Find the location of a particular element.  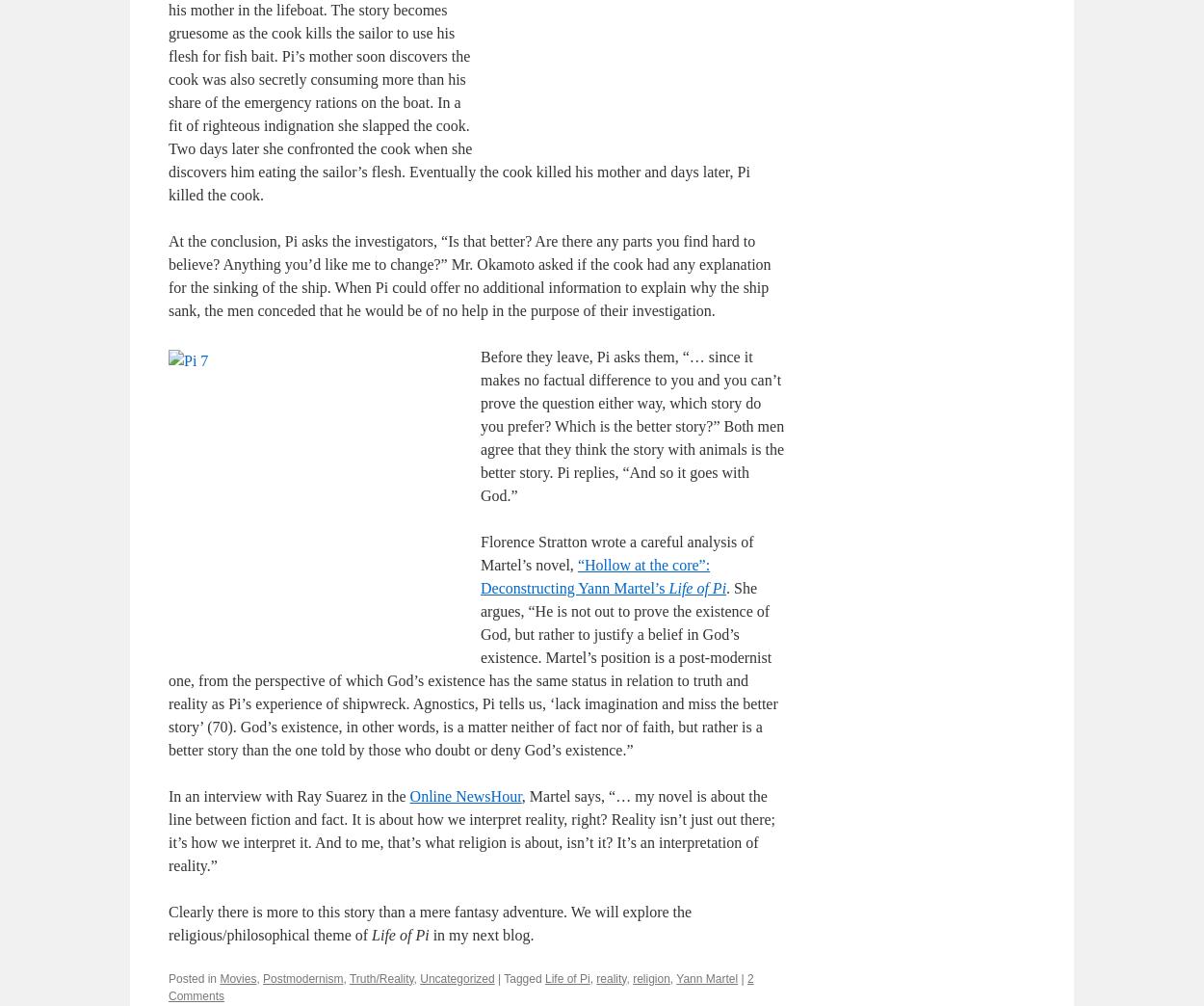

'At the conclusion, Pi asks the investigators, “Is that better? Are there any parts you find hard to believe? Anything you’d like me to change?” Mr. Okamoto asked if the cook had any explanation for the sinking of the ship. When Pi could offer no additional information to explain why the ship sank, the men conceded that he would be of no help in the purpose of their investigation.' is located at coordinates (468, 274).